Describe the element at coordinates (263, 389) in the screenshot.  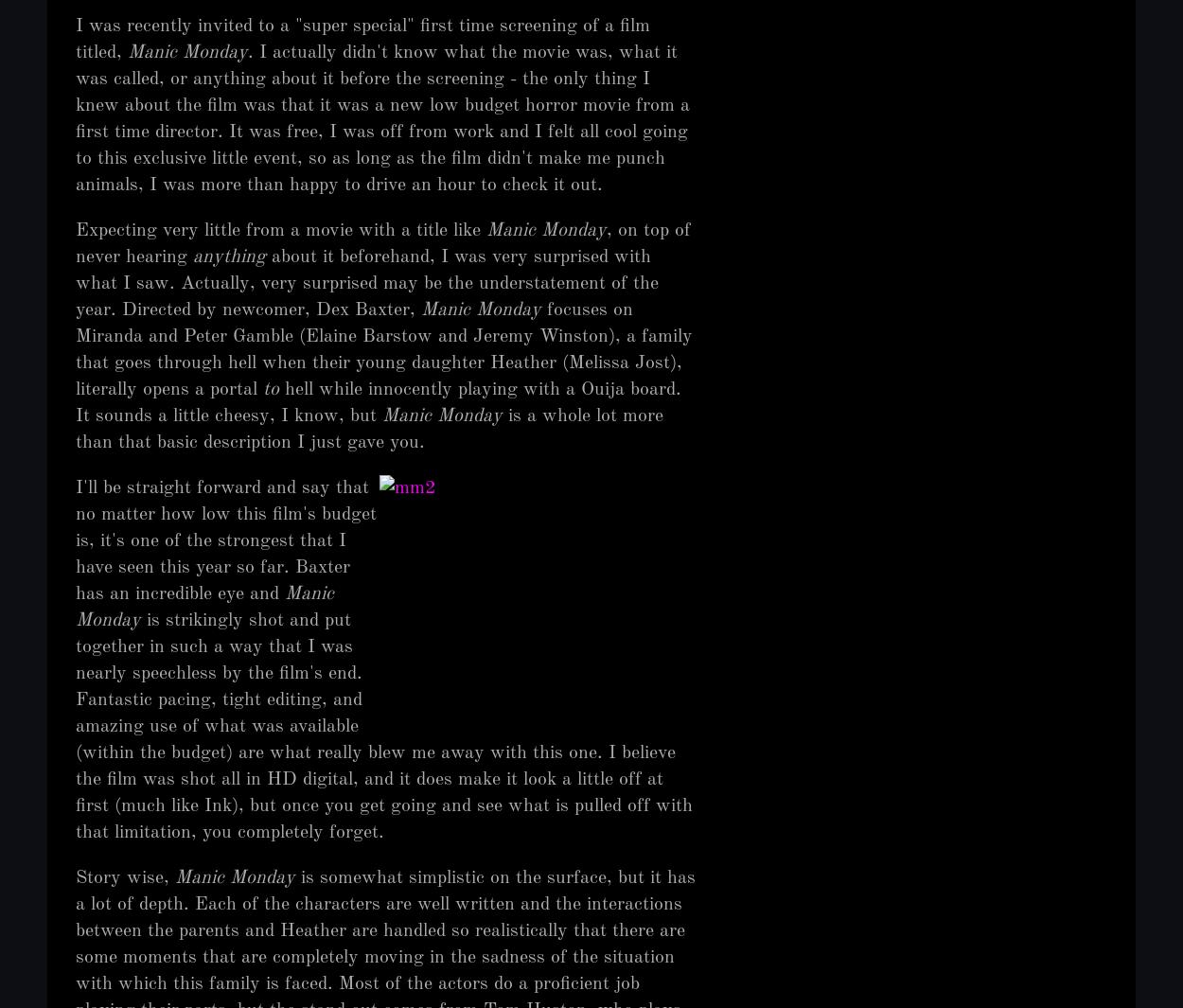
I see `'to'` at that location.